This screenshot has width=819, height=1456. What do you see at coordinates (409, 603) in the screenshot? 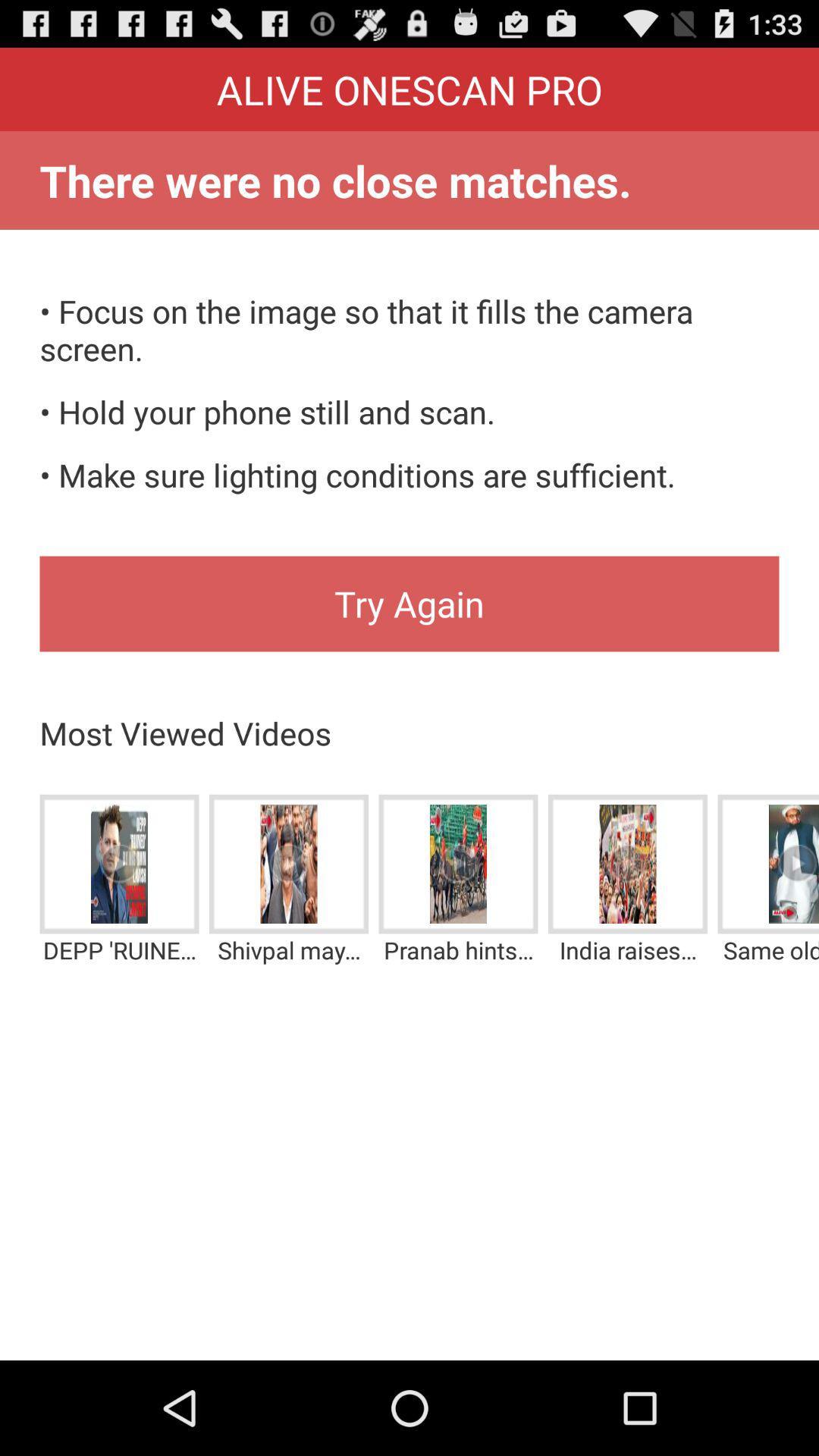
I see `the try again item` at bounding box center [409, 603].